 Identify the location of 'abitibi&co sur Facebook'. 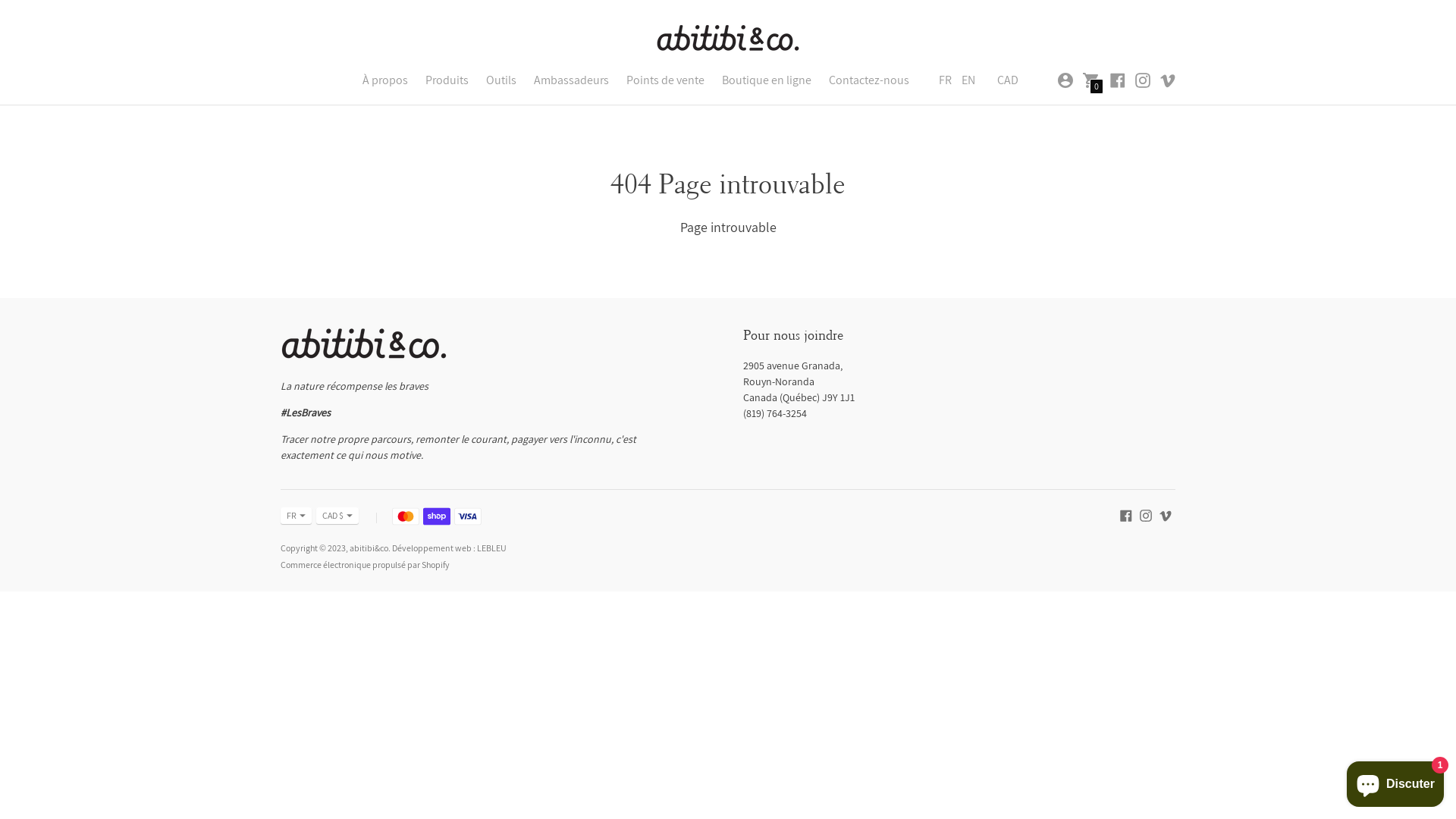
(1117, 79).